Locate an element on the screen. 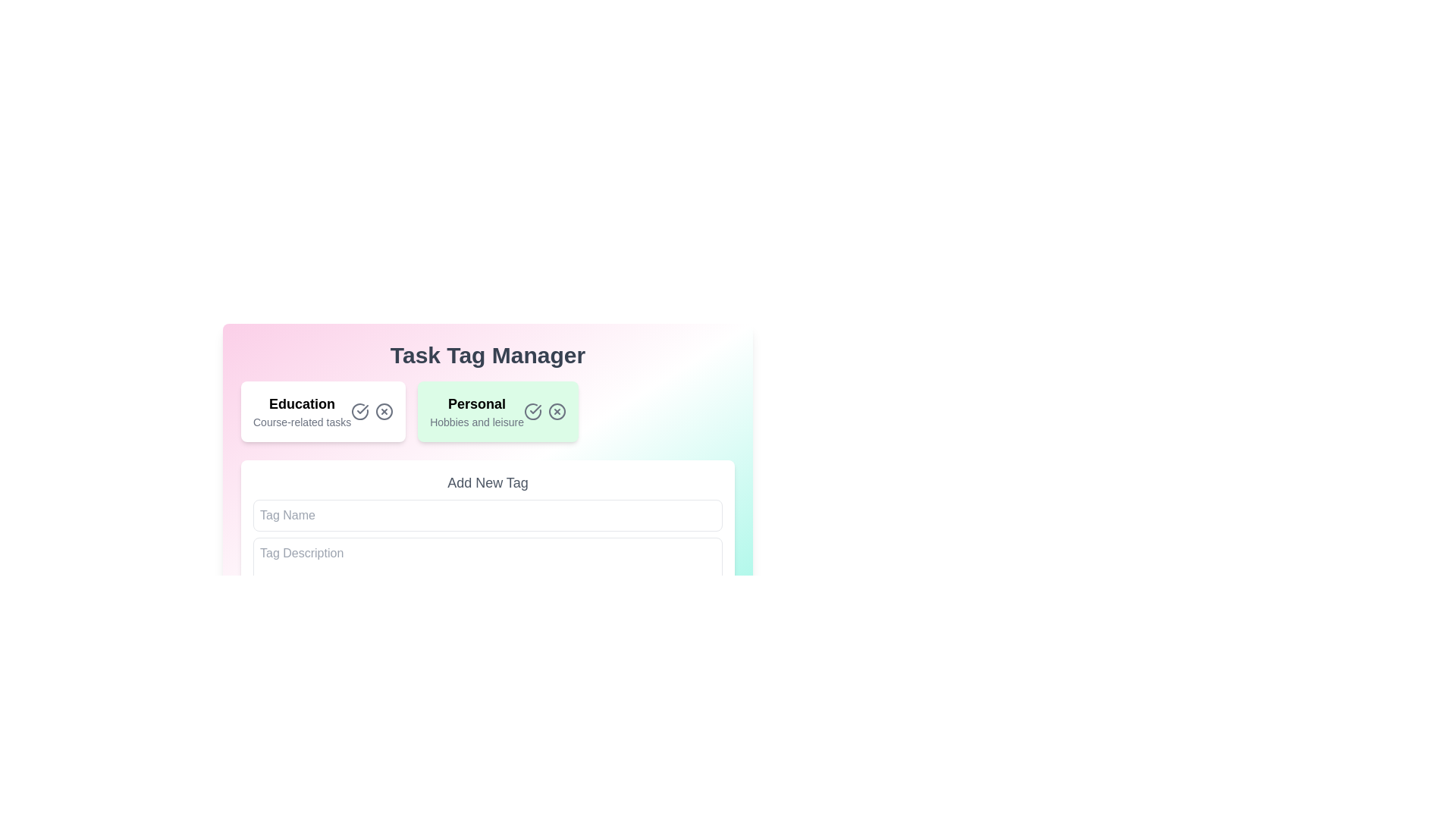  the non-interactive label indicating the purpose of the section for adding a new tag, located above the 'Tag Name' and 'Tag Description' text boxes is located at coordinates (488, 482).